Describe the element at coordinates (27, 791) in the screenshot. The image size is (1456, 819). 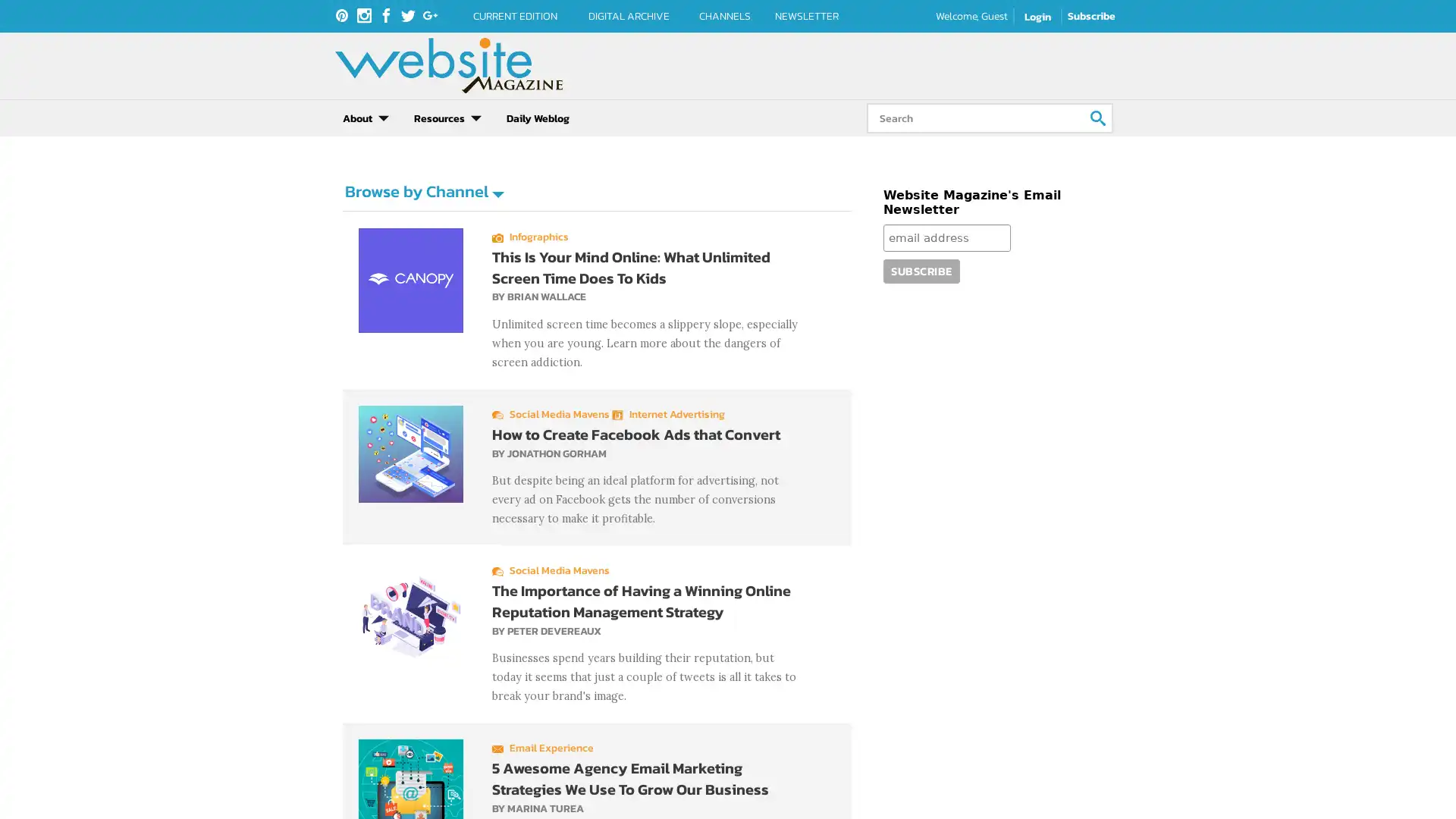
I see `Accessibility Menu` at that location.